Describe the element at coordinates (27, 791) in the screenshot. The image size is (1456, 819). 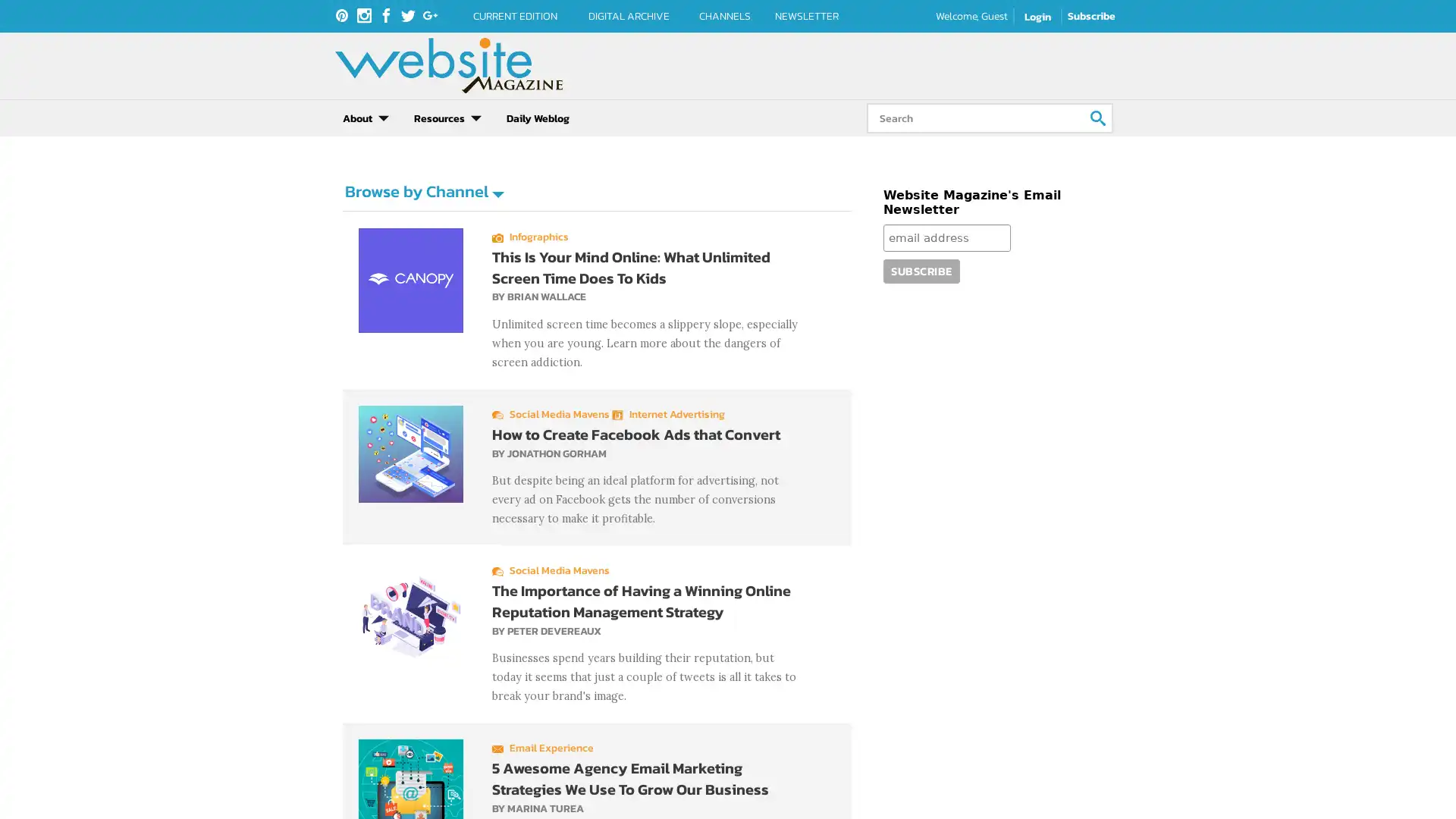
I see `Accessibility Menu` at that location.